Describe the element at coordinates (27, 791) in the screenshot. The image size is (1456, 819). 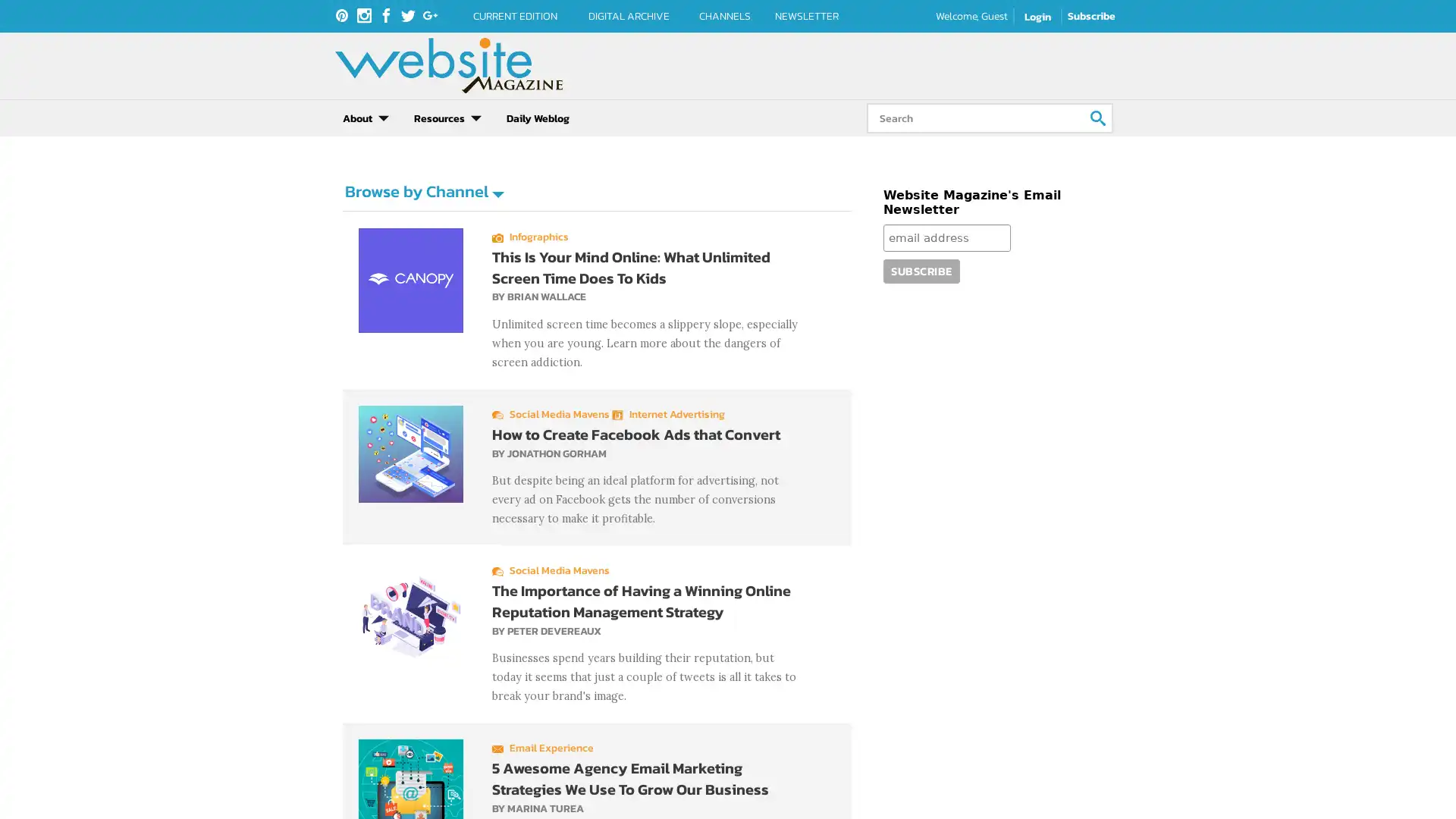
I see `Accessibility Menu` at that location.